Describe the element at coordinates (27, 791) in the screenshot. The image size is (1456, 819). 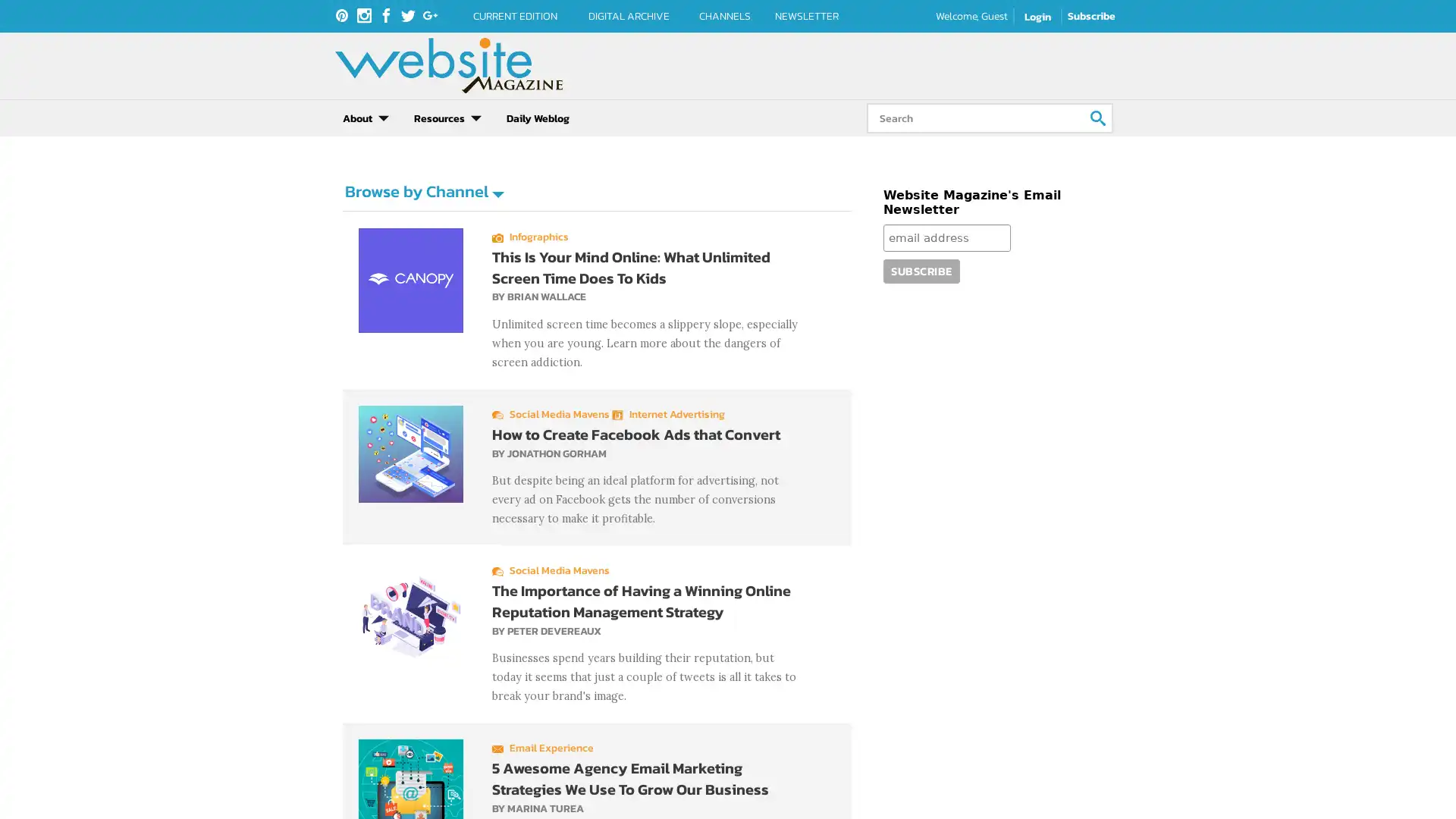
I see `Accessibility Menu` at that location.